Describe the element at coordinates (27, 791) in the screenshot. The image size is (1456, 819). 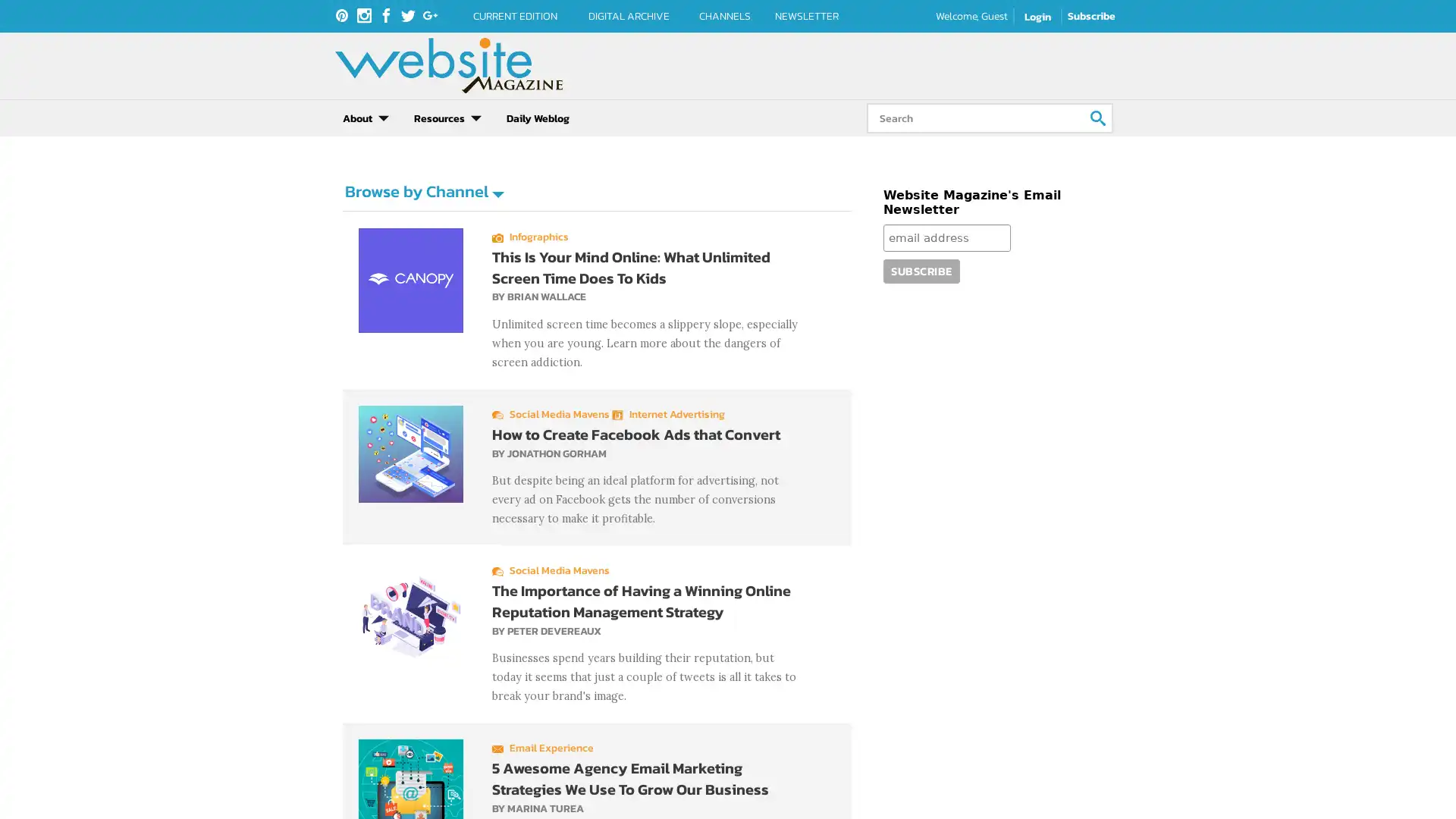
I see `Accessibility Menu` at that location.